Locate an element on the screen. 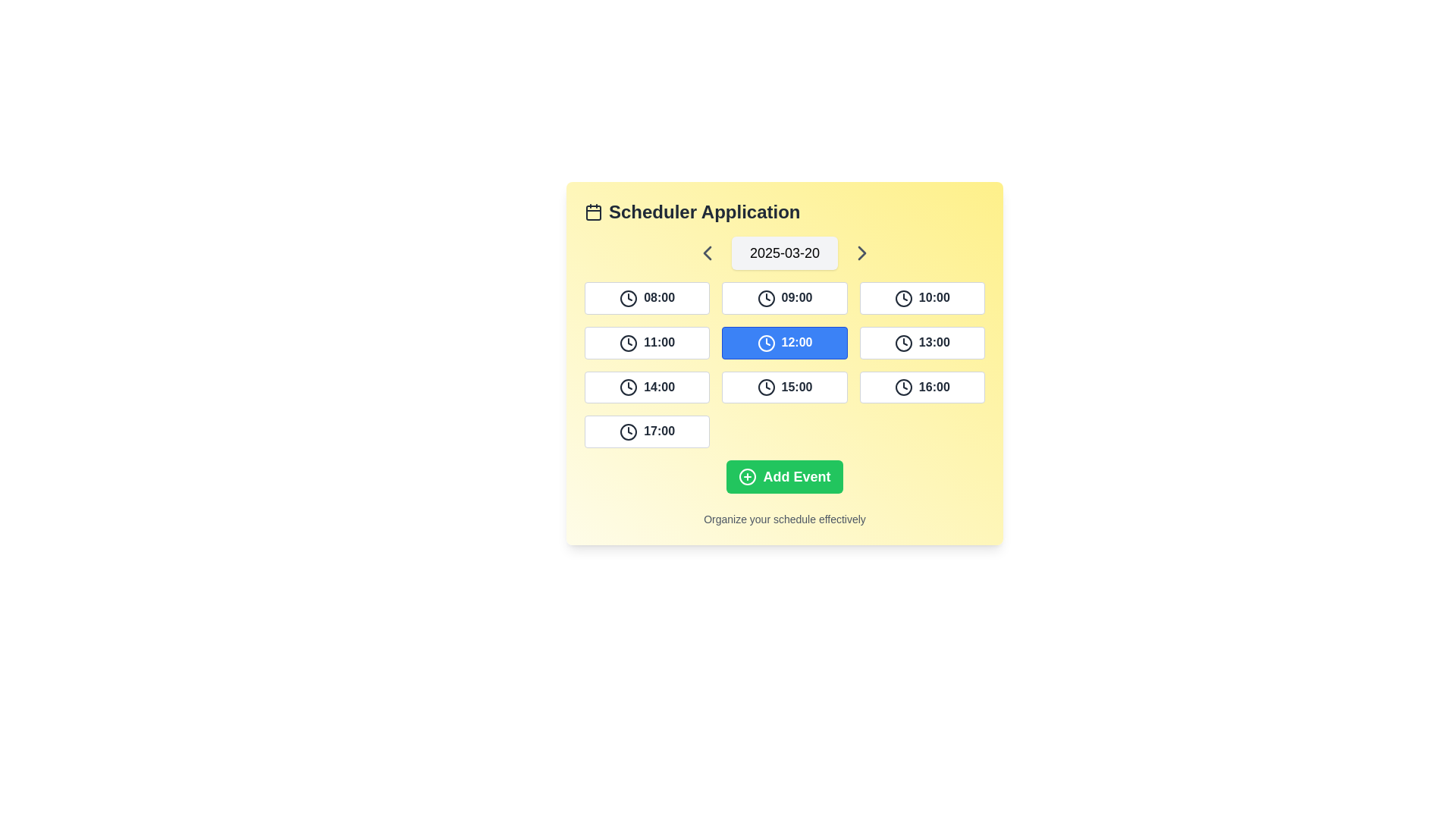 The image size is (1456, 819). the circular shape within the clock icon located at the '10:00' time slot in the scheduler grid is located at coordinates (903, 298).